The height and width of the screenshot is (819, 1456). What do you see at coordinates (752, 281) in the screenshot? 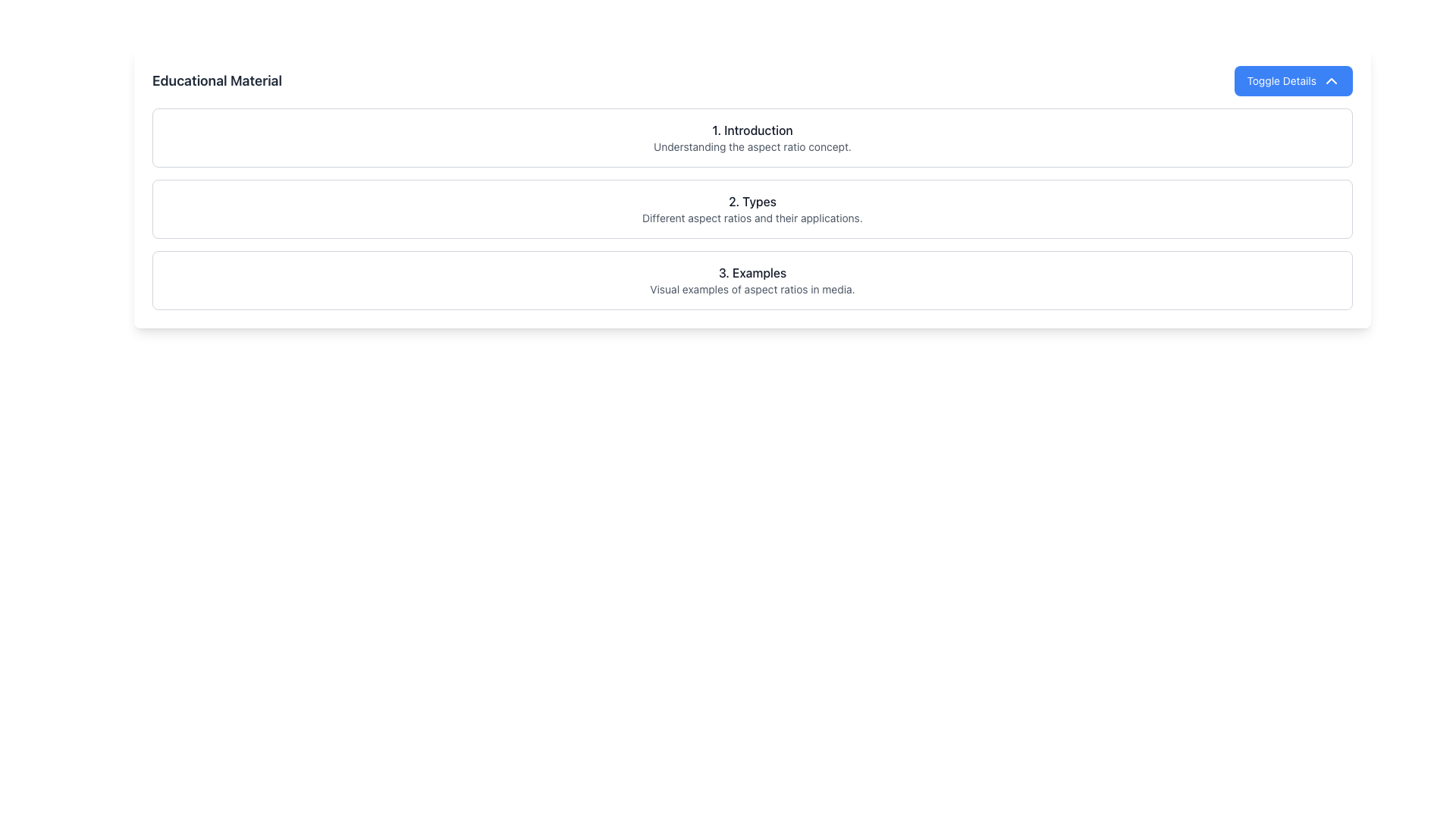
I see `the third selectable list item in the vertical navigation list` at bounding box center [752, 281].